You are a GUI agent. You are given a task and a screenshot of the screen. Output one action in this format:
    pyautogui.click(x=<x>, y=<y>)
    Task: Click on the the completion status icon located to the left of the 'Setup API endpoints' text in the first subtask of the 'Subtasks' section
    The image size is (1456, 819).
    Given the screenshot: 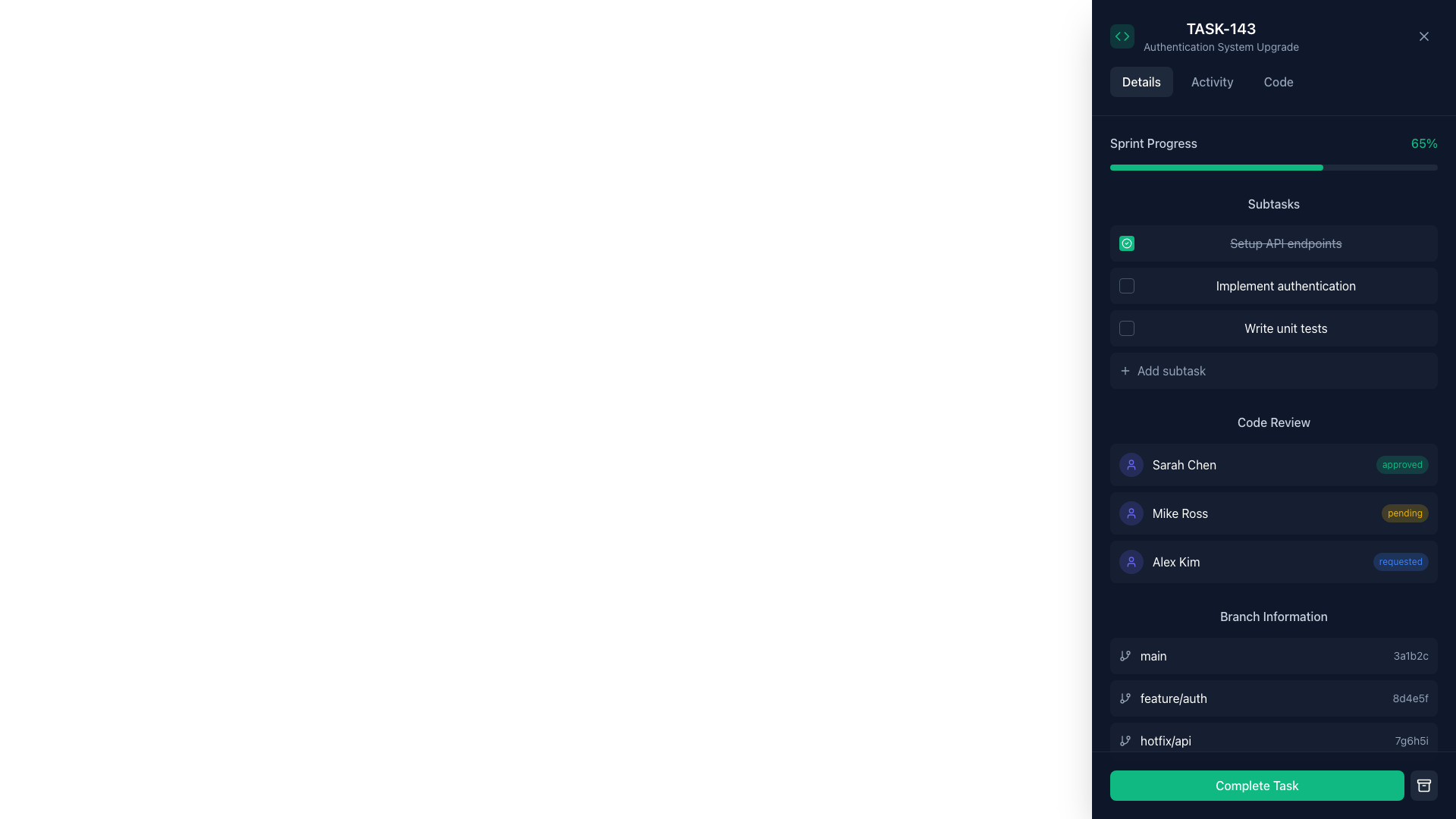 What is the action you would take?
    pyautogui.click(x=1127, y=242)
    